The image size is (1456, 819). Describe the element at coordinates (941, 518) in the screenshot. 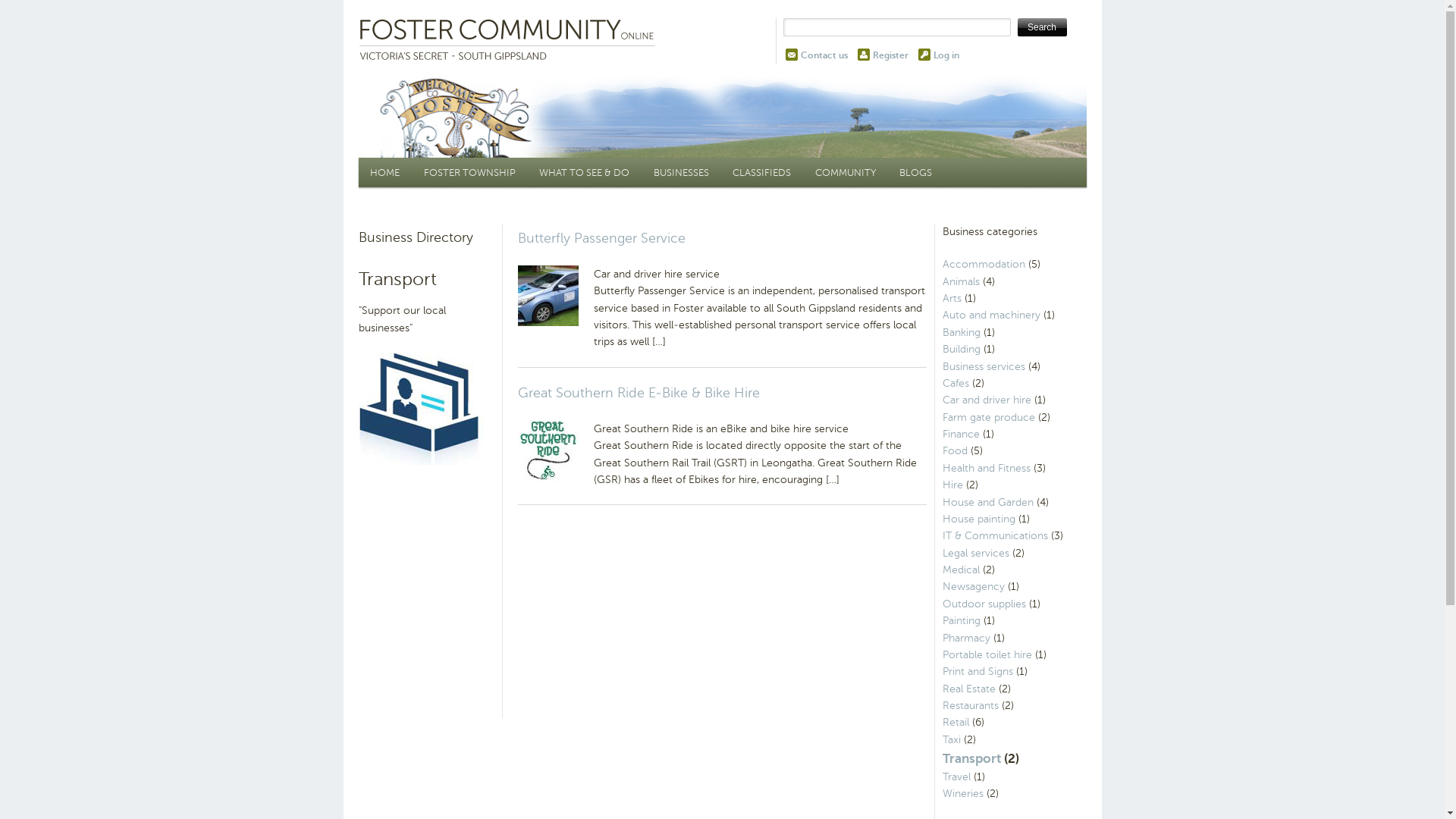

I see `'House painting'` at that location.